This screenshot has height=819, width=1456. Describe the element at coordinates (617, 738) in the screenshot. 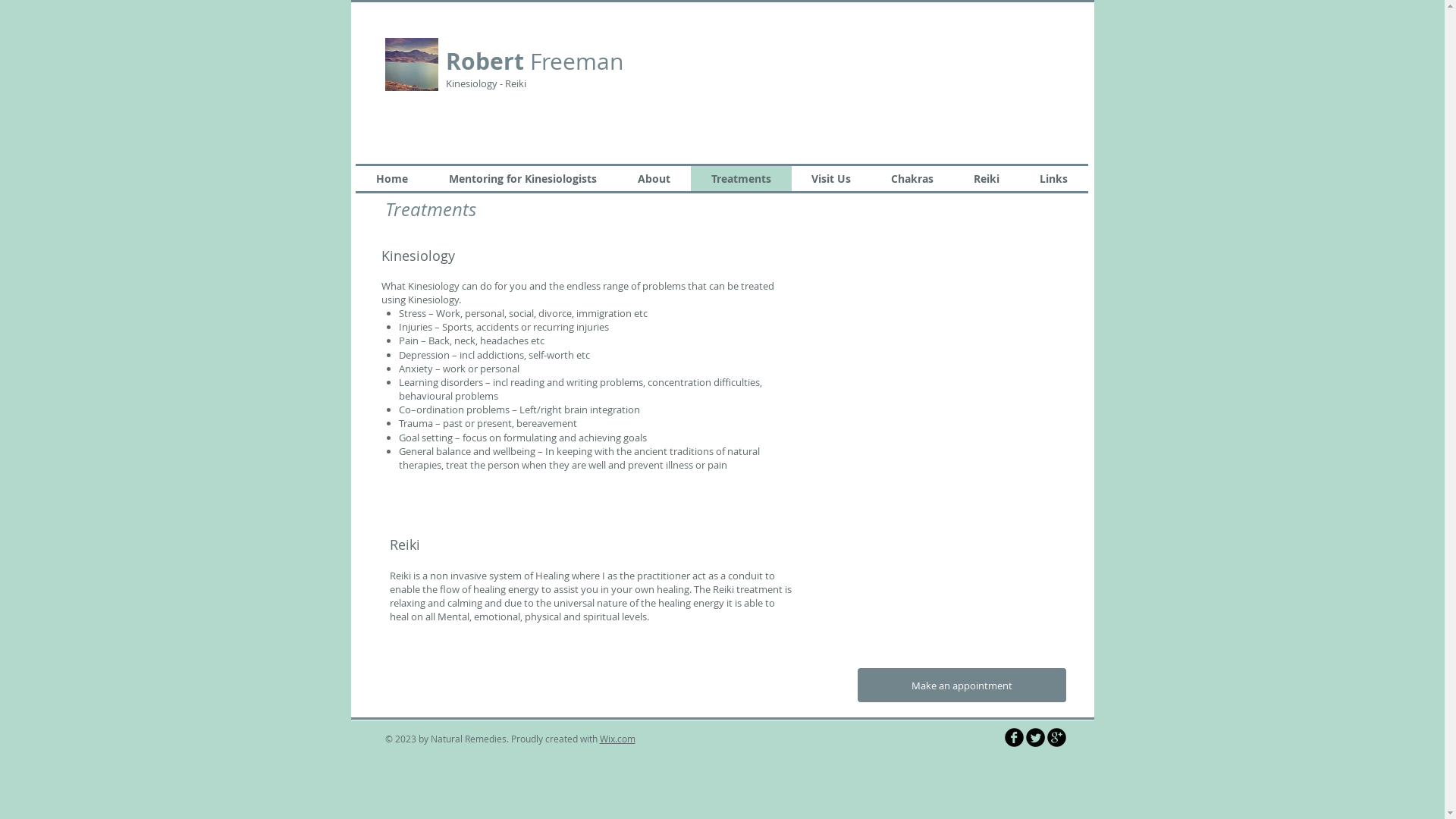

I see `'Wix.com'` at that location.